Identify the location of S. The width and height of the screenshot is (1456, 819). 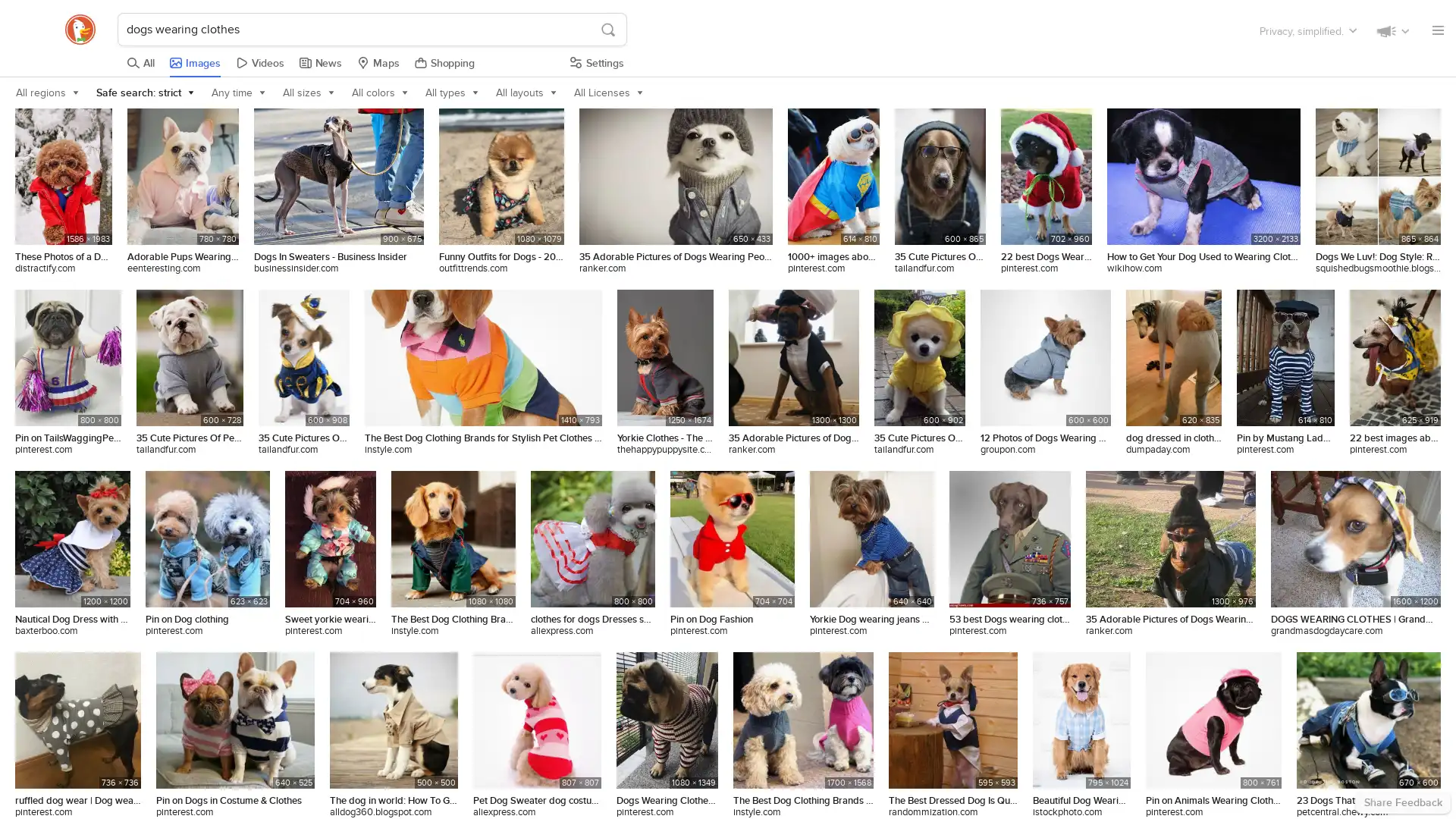
(607, 29).